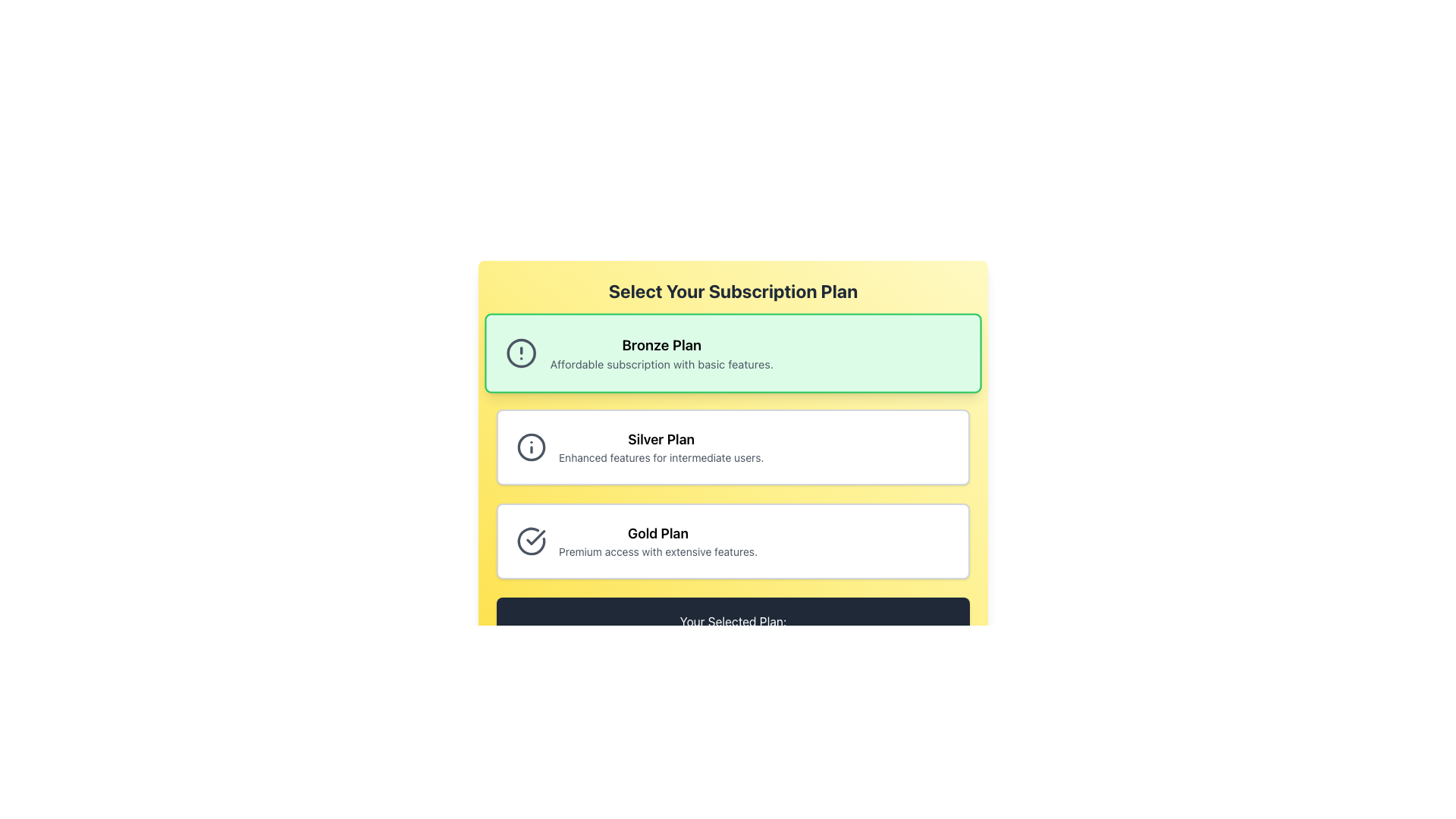 This screenshot has height=819, width=1456. I want to click on the static text label that describes the features of the 'Silver Plan', located in the center-right area of its card, directly below the main title 'Silver Plan', so click(661, 457).